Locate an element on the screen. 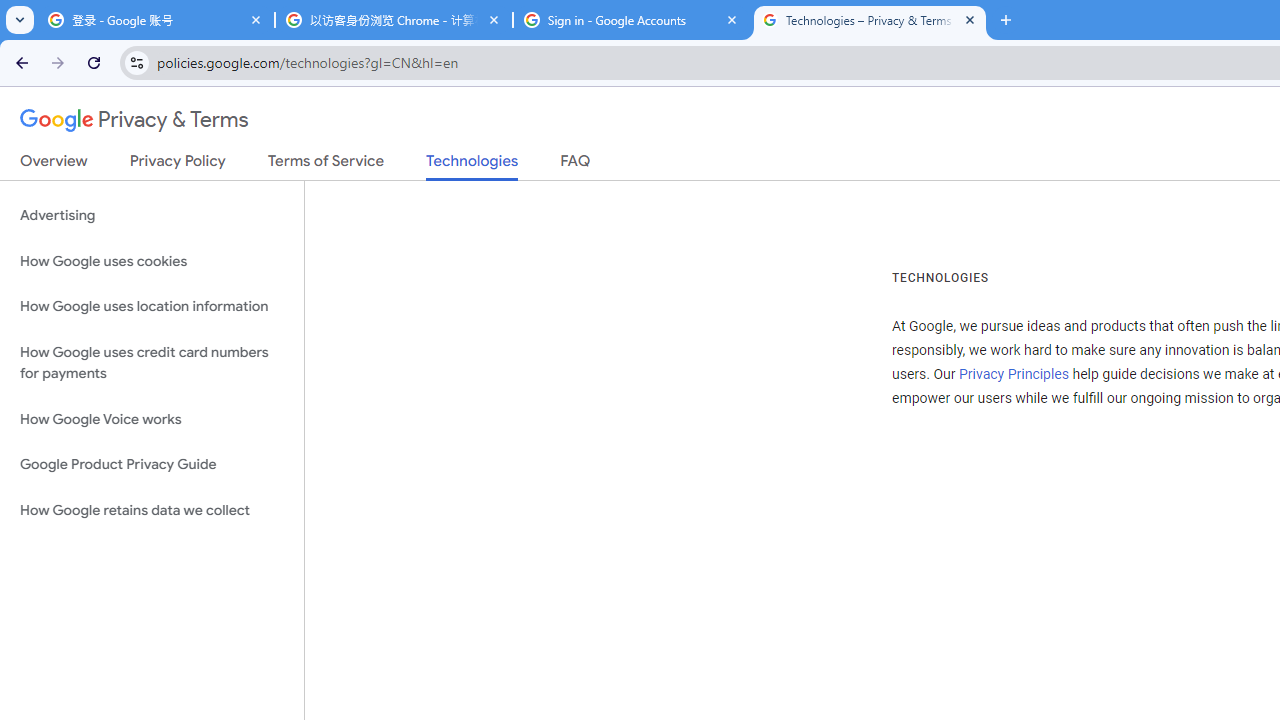 The image size is (1280, 720). 'Advertising' is located at coordinates (151, 216).